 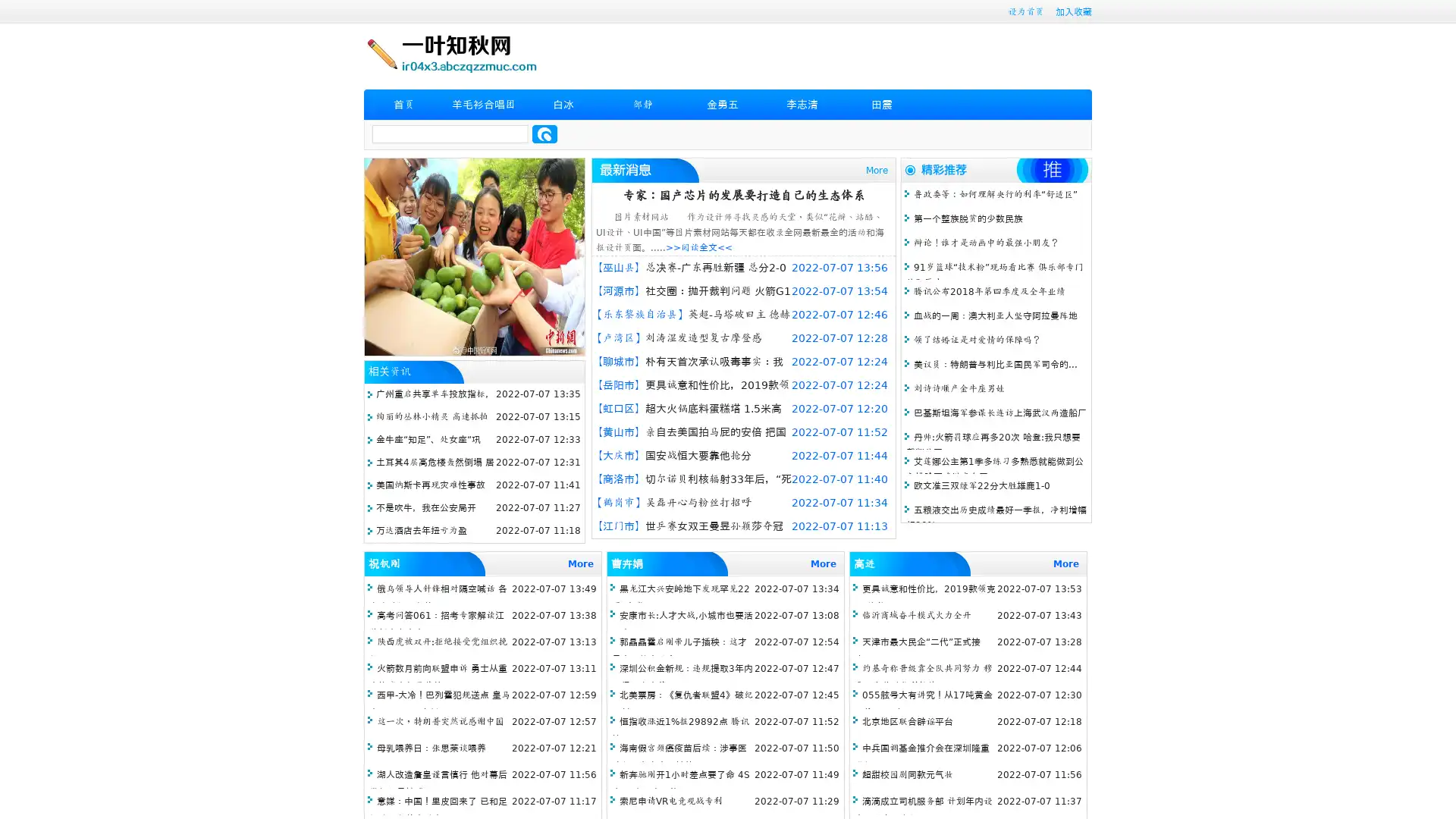 I want to click on Search, so click(x=544, y=133).